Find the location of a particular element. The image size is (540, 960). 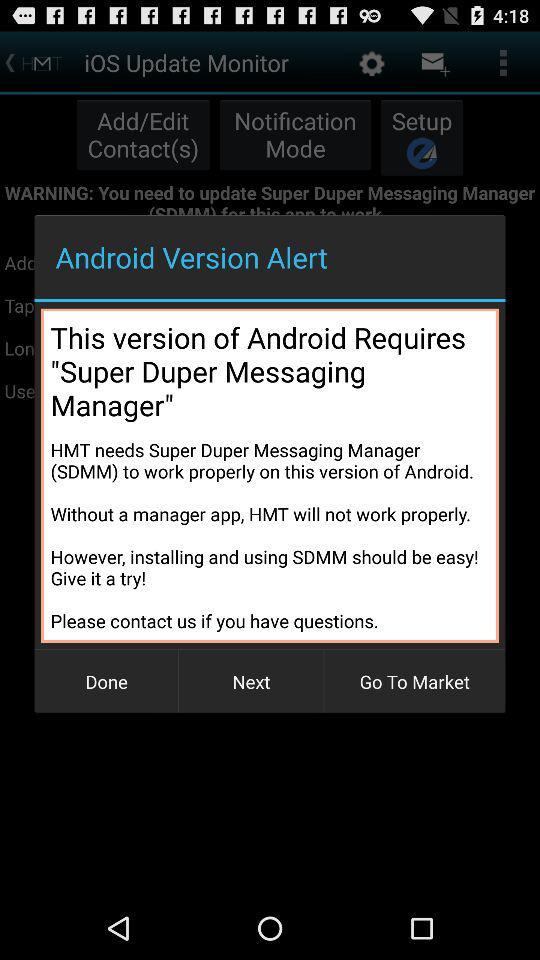

next button is located at coordinates (251, 681).